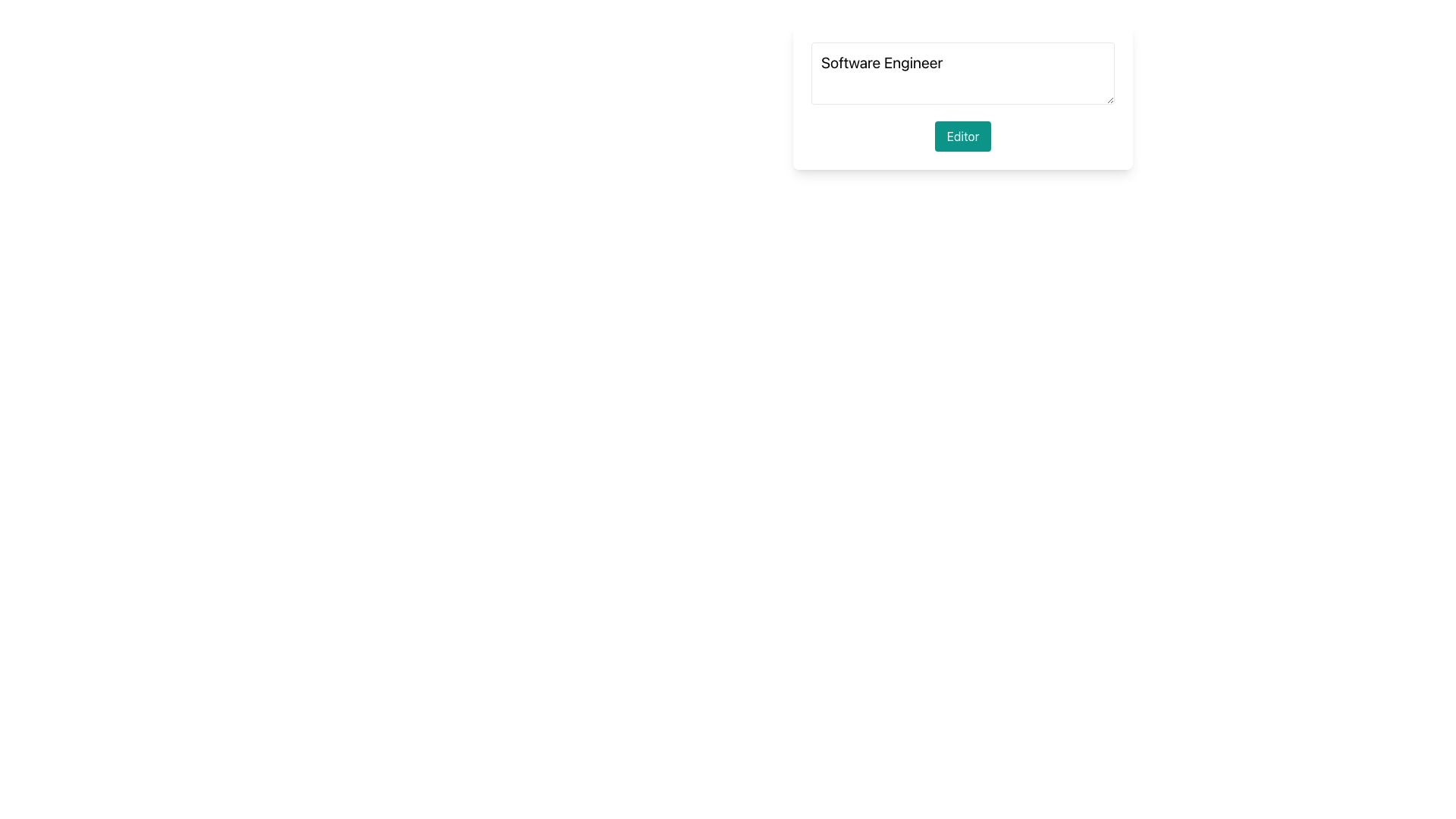 This screenshot has height=819, width=1456. What do you see at coordinates (962, 136) in the screenshot?
I see `the rectangular button with a teal background and white text reading 'Editor', located below the 'Software Engineer' text box` at bounding box center [962, 136].